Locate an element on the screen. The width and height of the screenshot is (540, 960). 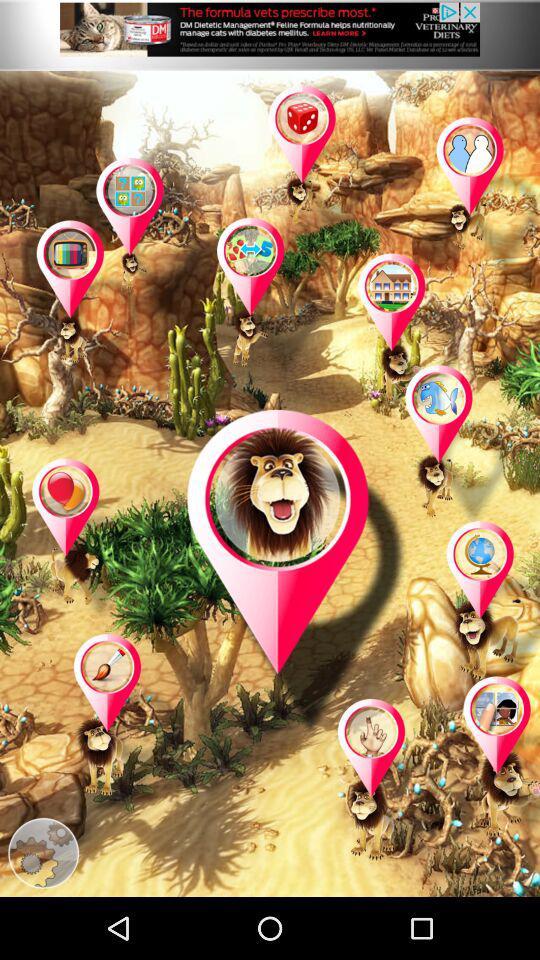
game page is located at coordinates (482, 199).